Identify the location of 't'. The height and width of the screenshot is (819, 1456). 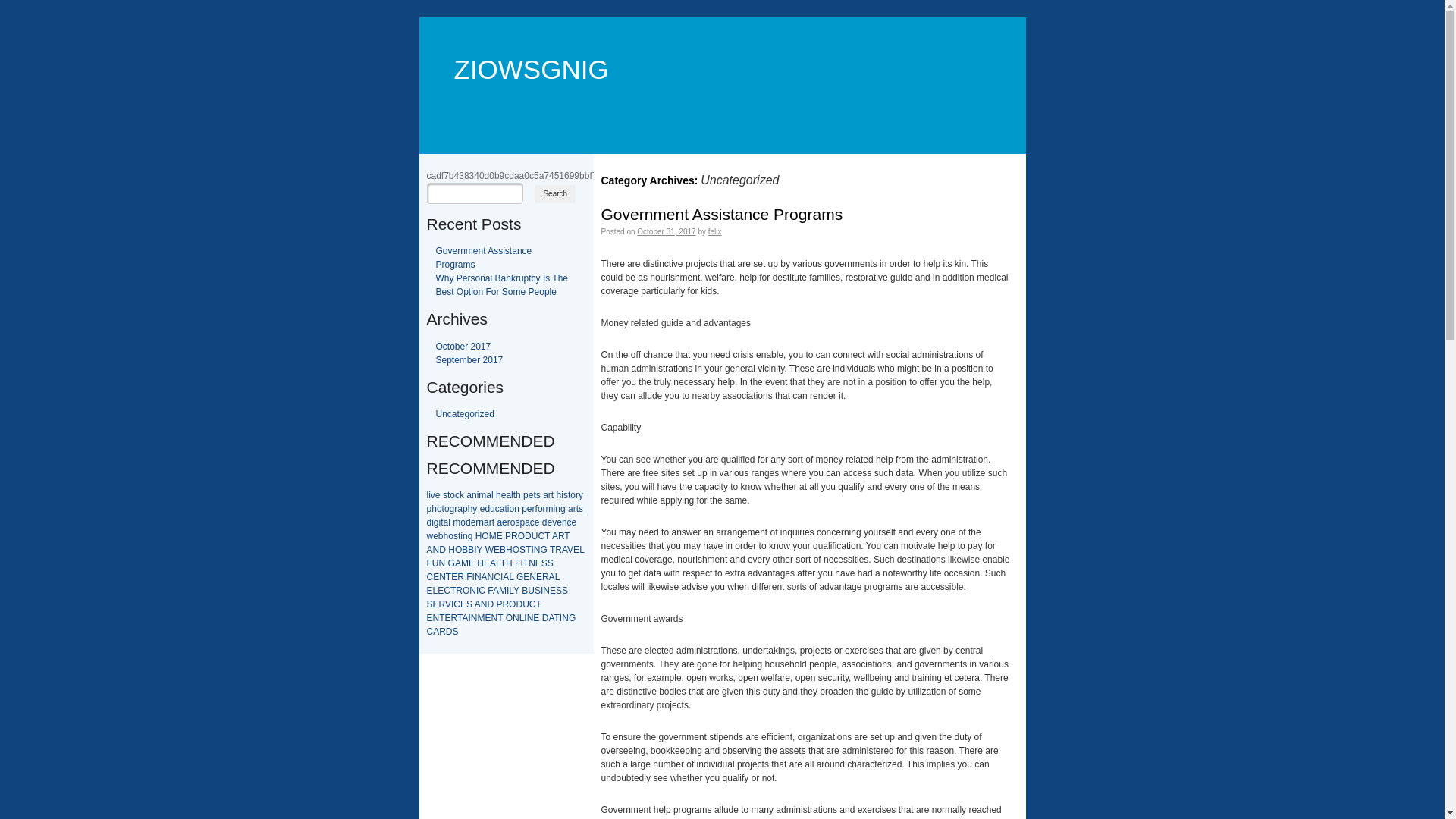
(551, 494).